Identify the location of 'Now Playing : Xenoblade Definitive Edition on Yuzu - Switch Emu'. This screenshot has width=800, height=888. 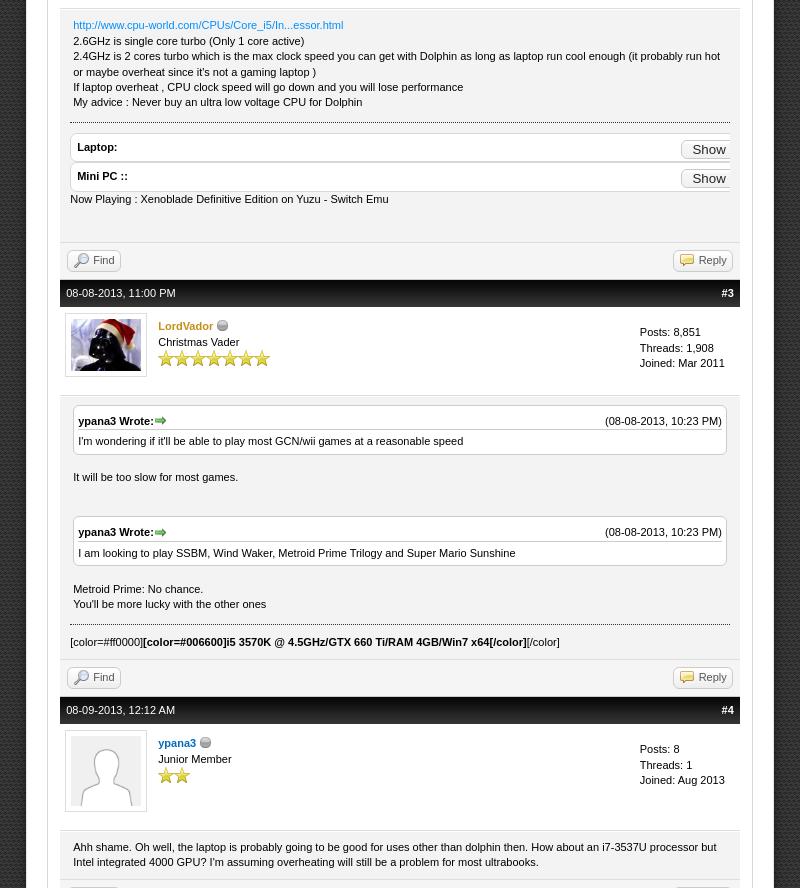
(230, 197).